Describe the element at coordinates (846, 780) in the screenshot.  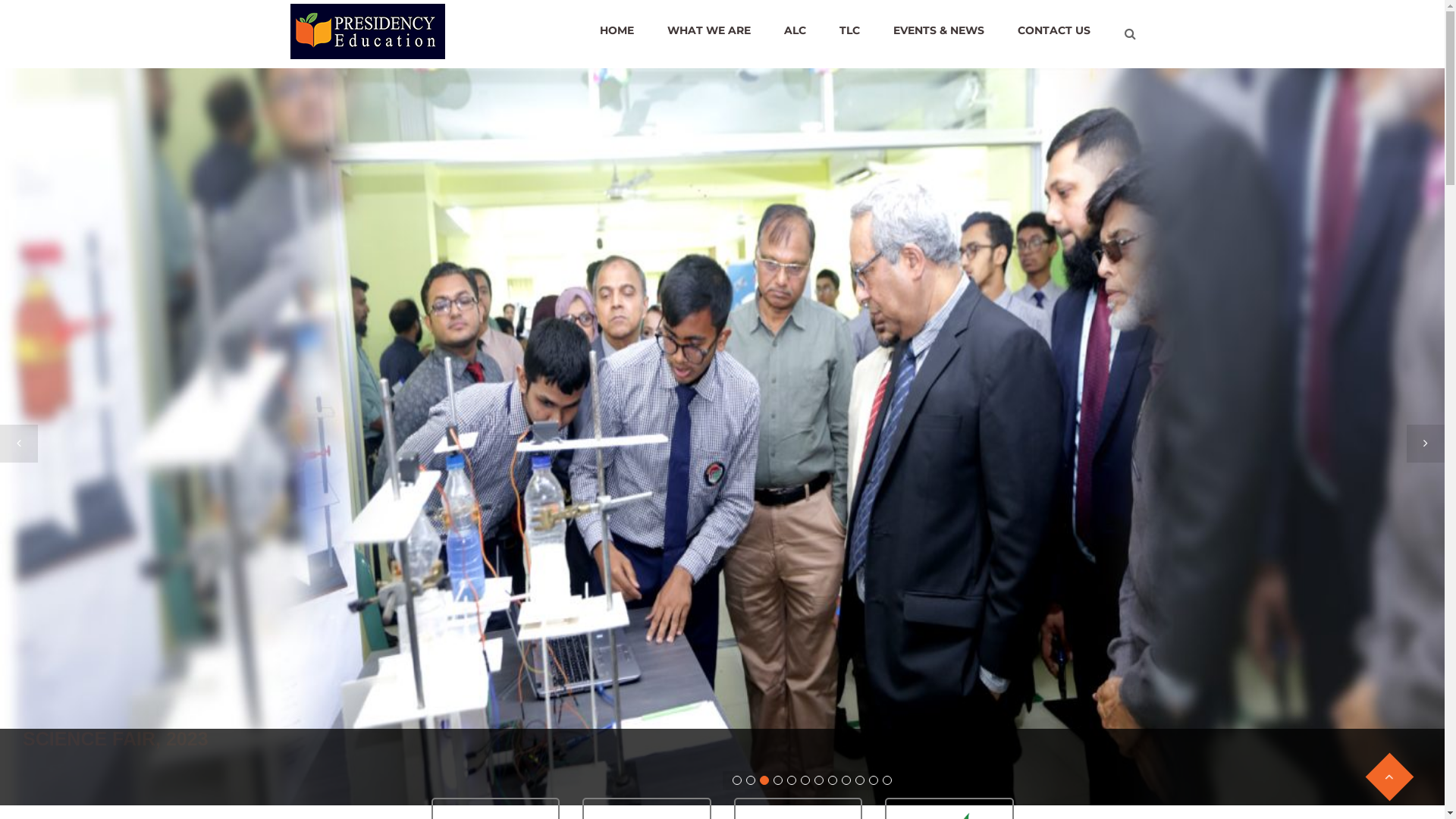
I see `'9'` at that location.